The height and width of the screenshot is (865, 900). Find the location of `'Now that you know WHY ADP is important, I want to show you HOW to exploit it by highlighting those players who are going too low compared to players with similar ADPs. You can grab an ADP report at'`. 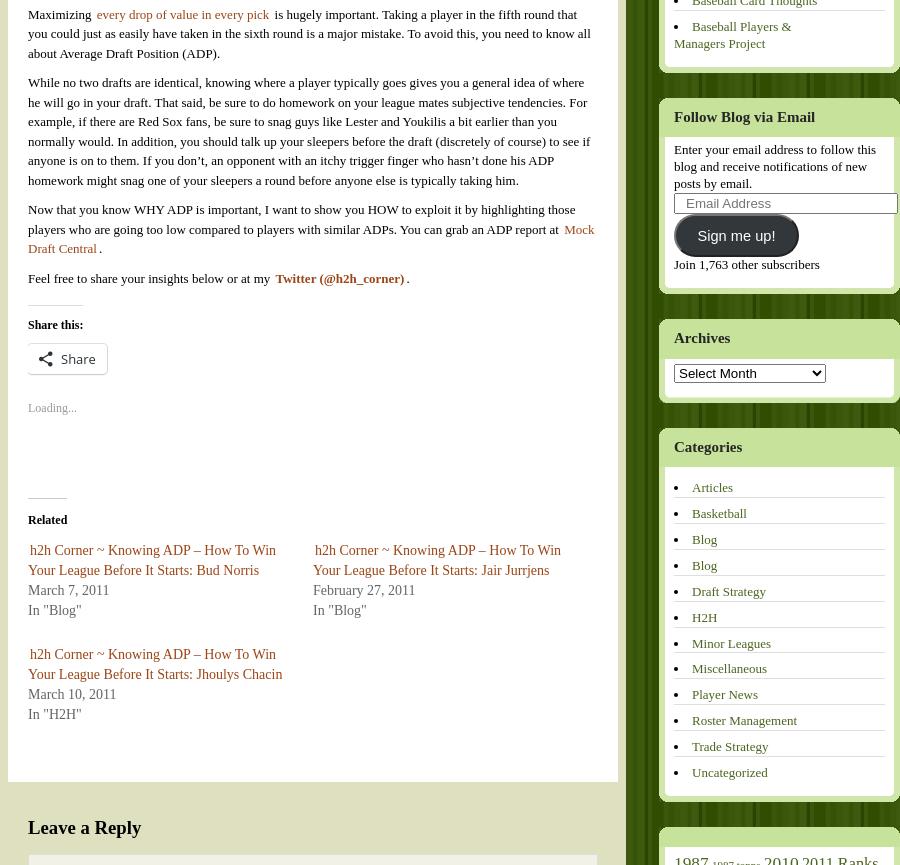

'Now that you know WHY ADP is important, I want to show you HOW to exploit it by highlighting those players who are going too low compared to players with similar ADPs. You can grab an ADP report at' is located at coordinates (300, 218).